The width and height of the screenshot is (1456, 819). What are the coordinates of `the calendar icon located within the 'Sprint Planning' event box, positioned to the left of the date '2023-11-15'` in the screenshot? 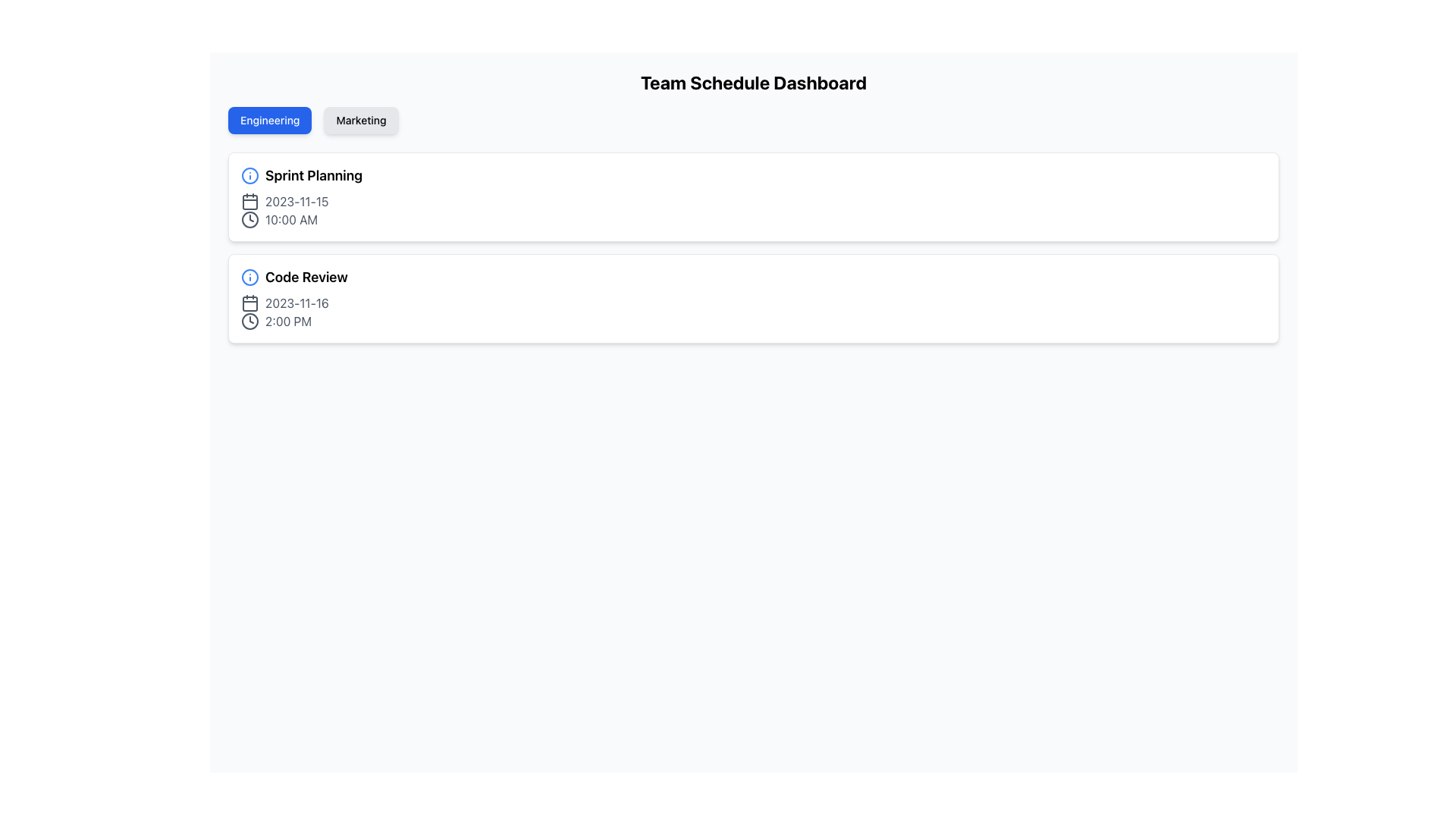 It's located at (250, 201).